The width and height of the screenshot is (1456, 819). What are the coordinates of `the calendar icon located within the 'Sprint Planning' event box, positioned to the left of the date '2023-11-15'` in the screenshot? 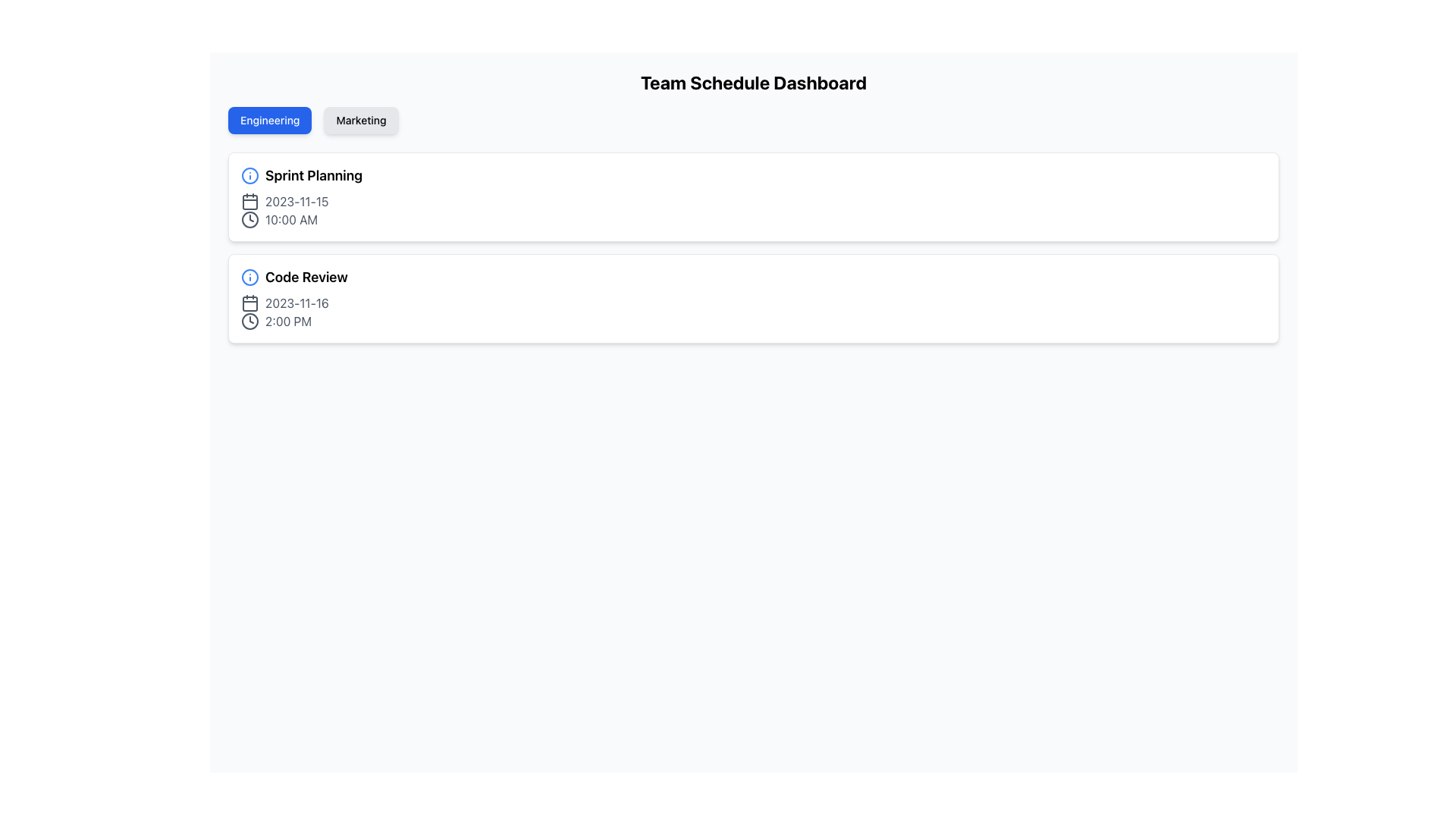 It's located at (250, 201).